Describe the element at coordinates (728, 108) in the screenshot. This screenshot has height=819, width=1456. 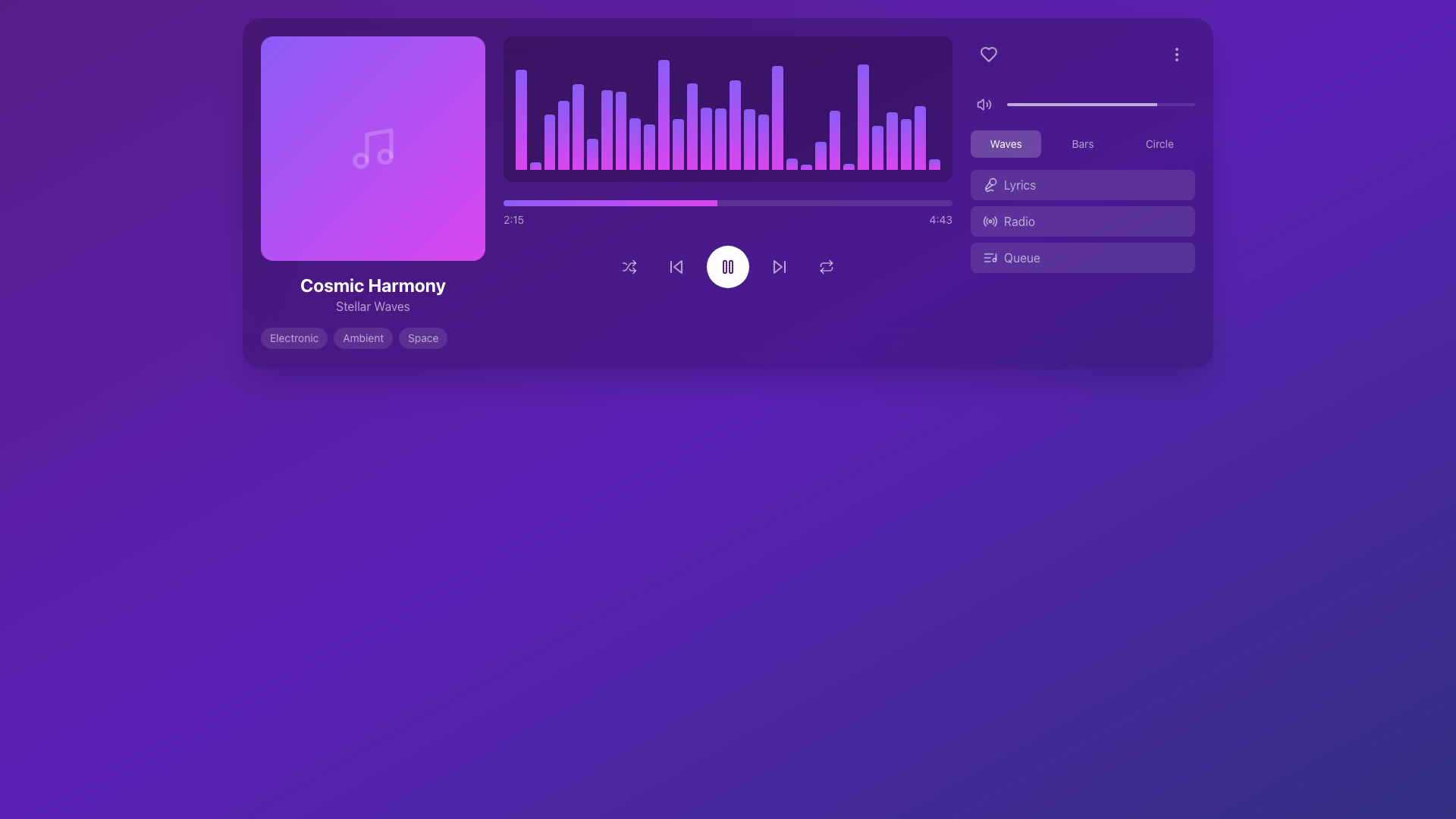
I see `the Waveform visualizer display to view the waveform data, which is represented by stacked vertical bars with a gradient from fuchsia to violet over a dark purple background` at that location.